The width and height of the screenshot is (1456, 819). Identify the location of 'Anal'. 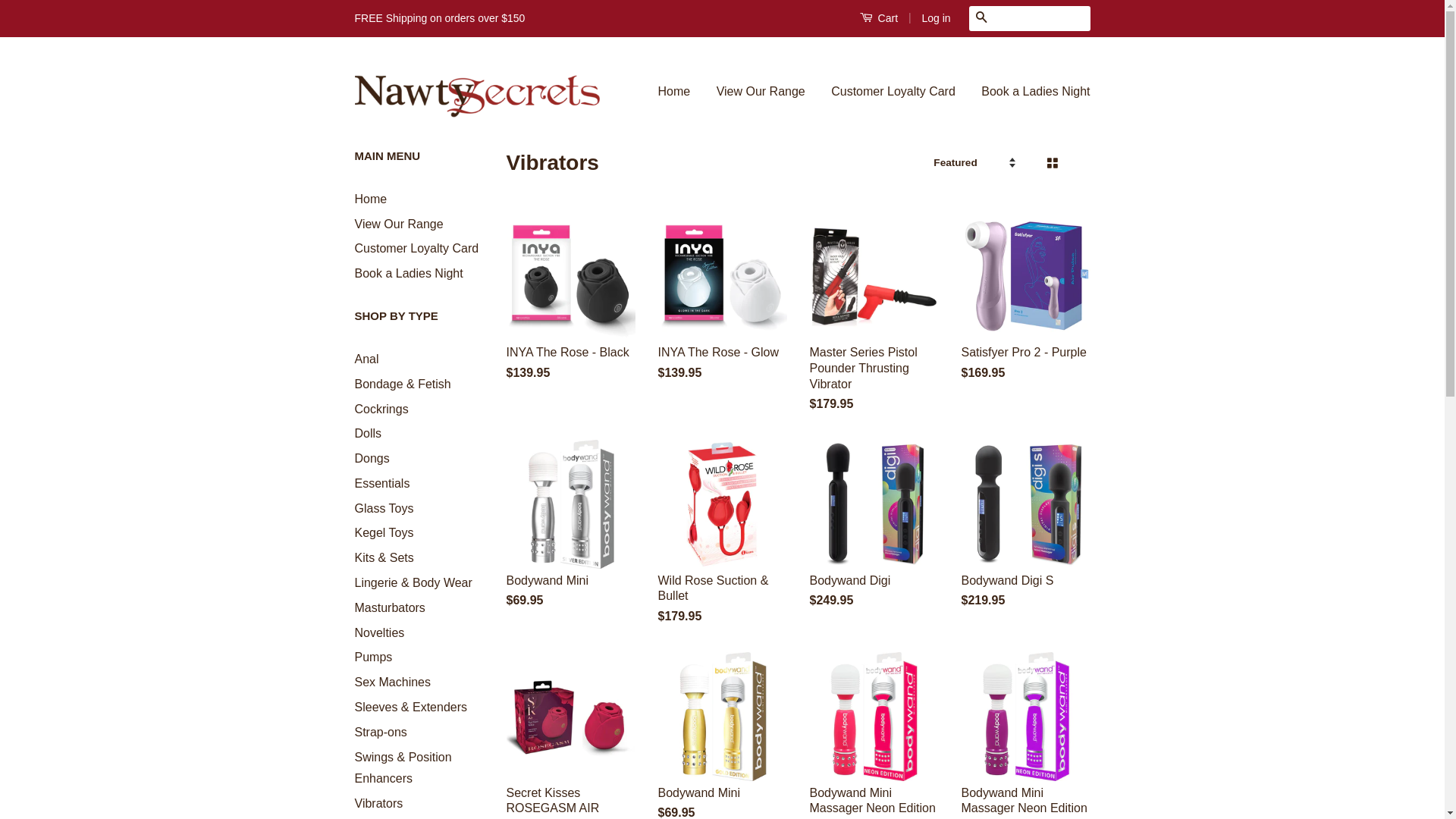
(367, 359).